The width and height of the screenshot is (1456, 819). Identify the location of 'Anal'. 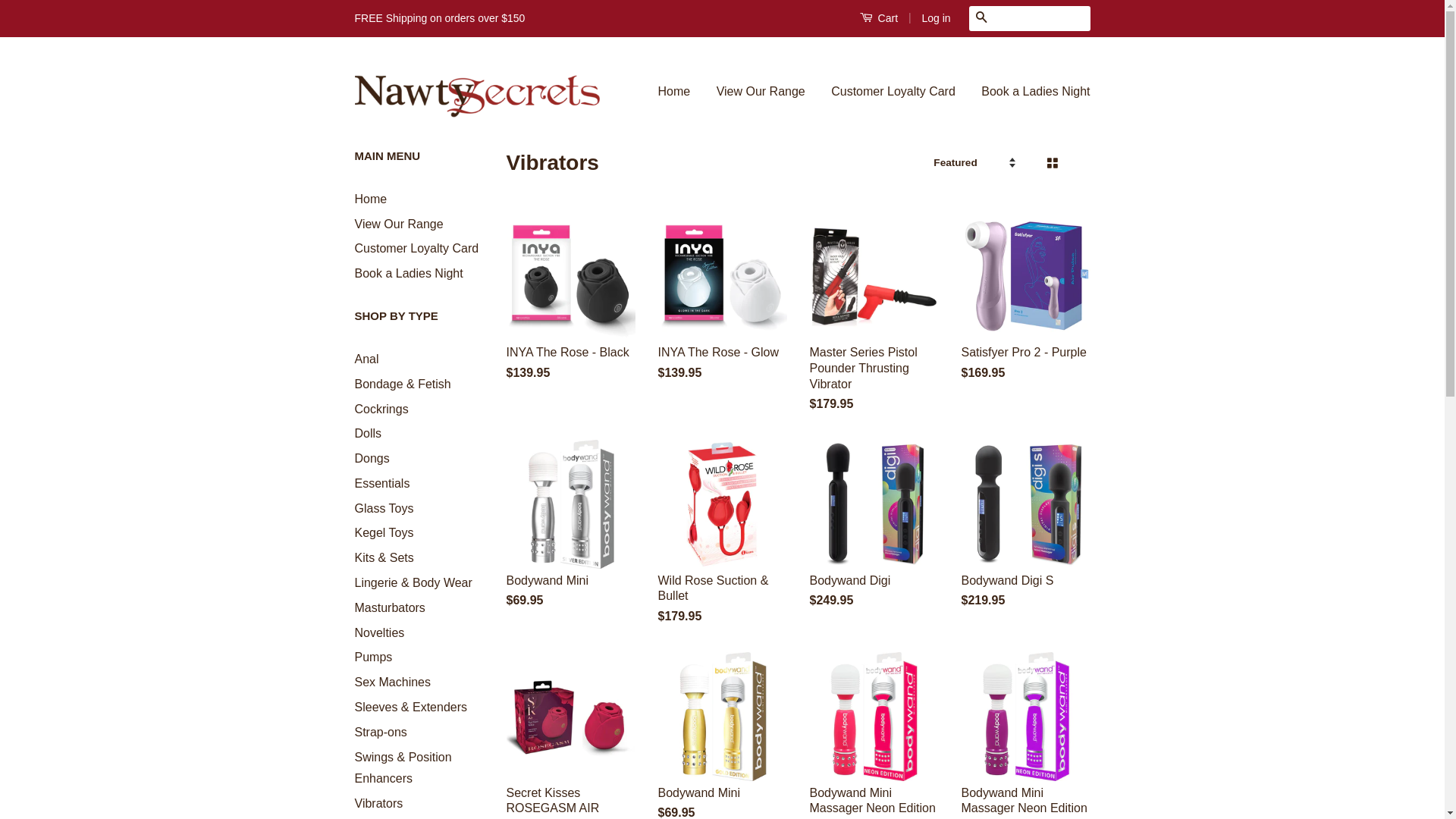
(367, 359).